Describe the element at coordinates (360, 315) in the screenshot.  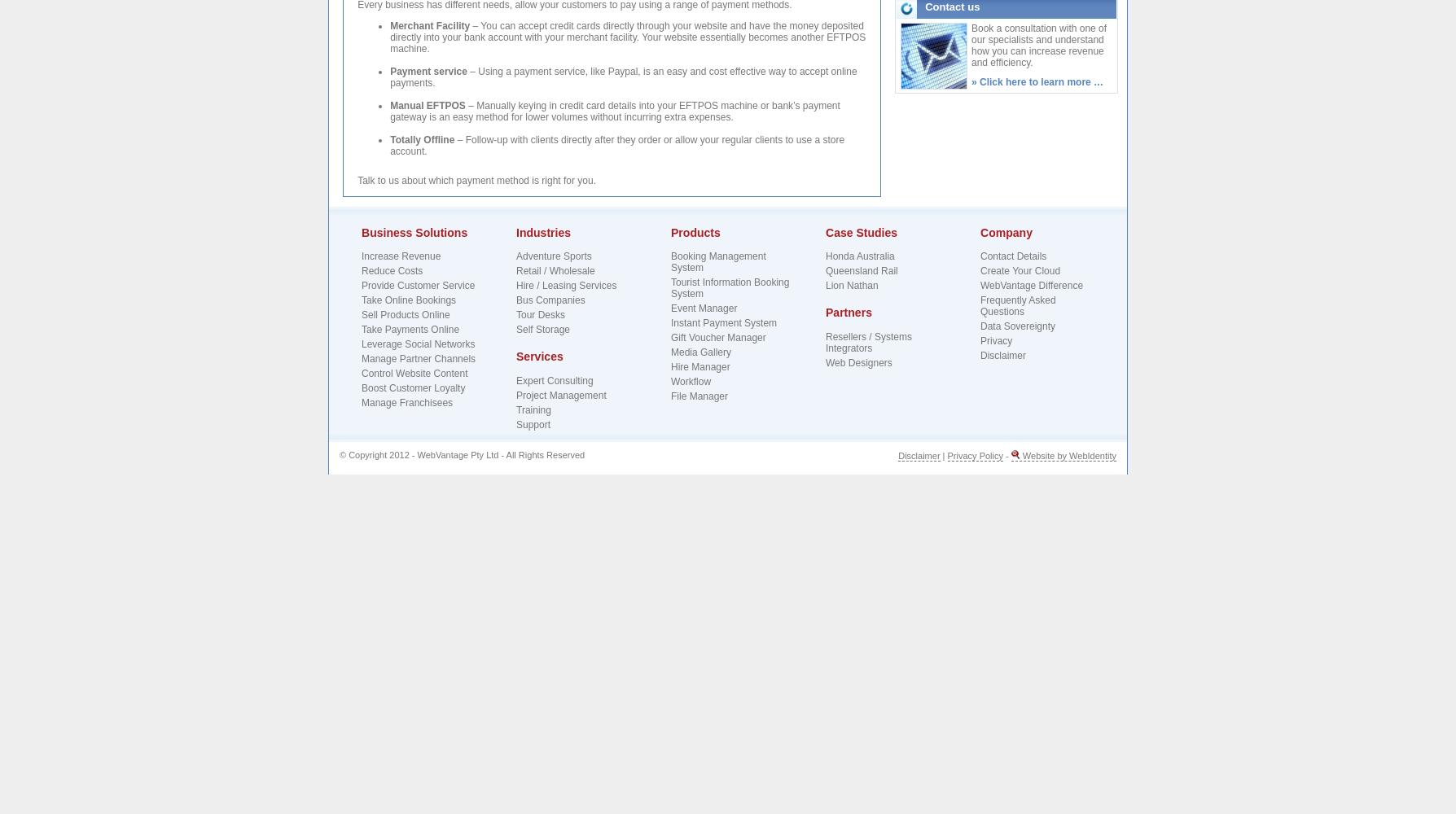
I see `'Sell Products Online'` at that location.